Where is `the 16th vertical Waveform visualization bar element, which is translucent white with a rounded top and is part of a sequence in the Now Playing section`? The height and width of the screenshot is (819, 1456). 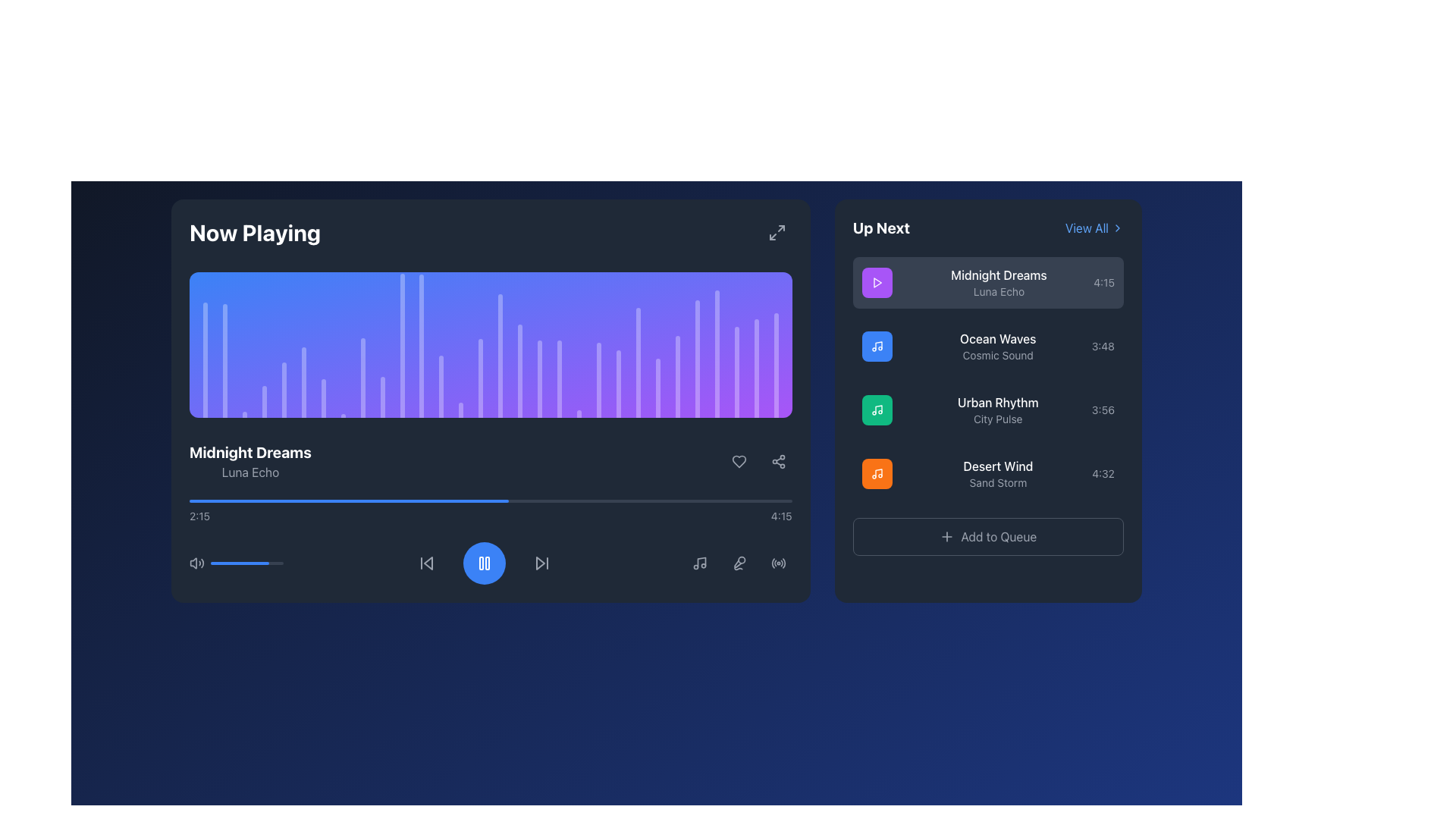
the 16th vertical Waveform visualization bar element, which is translucent white with a rounded top and is part of a sequence in the Now Playing section is located at coordinates (500, 356).